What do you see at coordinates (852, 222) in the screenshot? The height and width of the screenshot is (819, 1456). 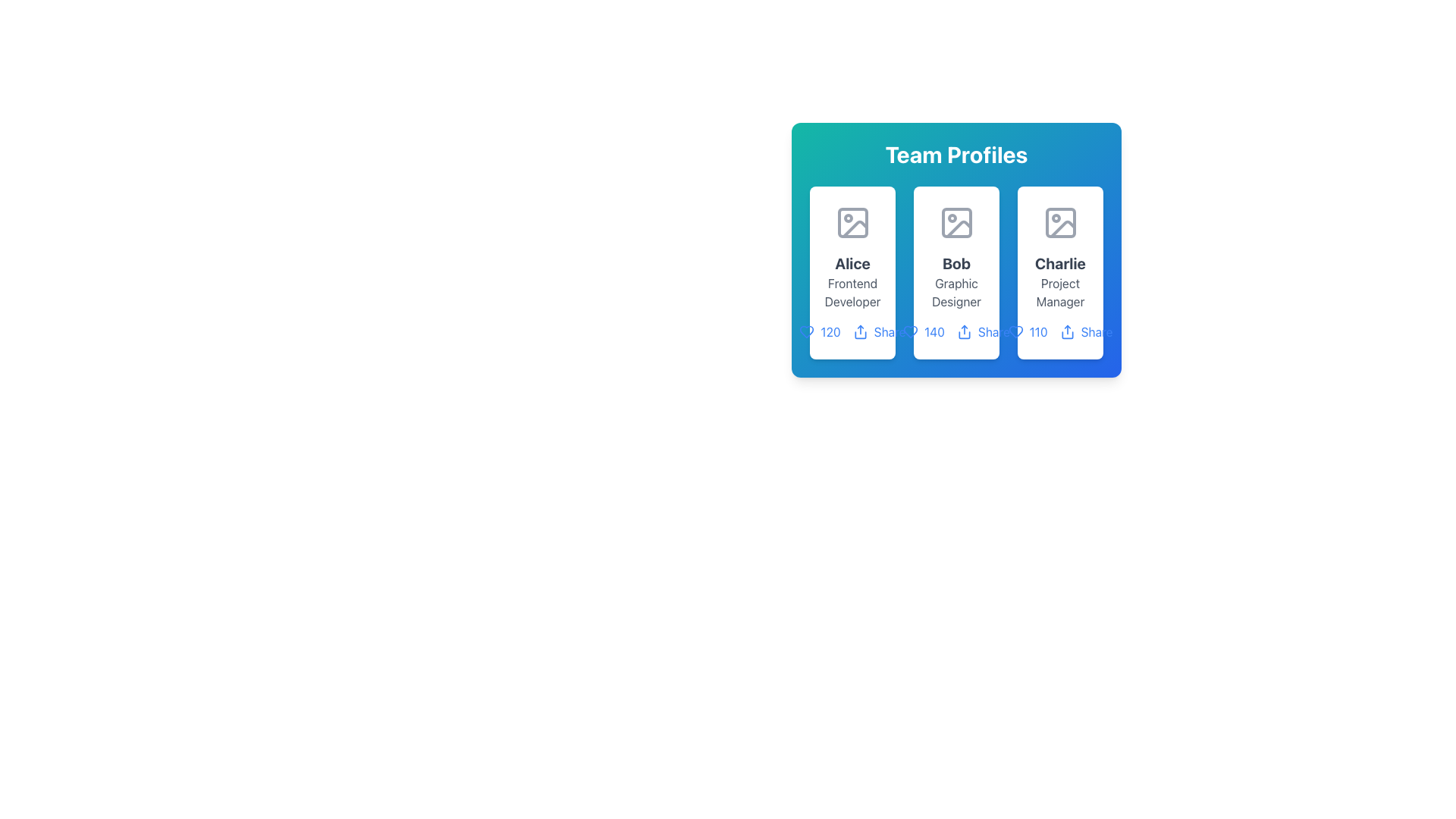 I see `the Image placeholder icon located at the upper section of the card for user 'Alice', which is the first card in the 'Team Profiles' panel` at bounding box center [852, 222].